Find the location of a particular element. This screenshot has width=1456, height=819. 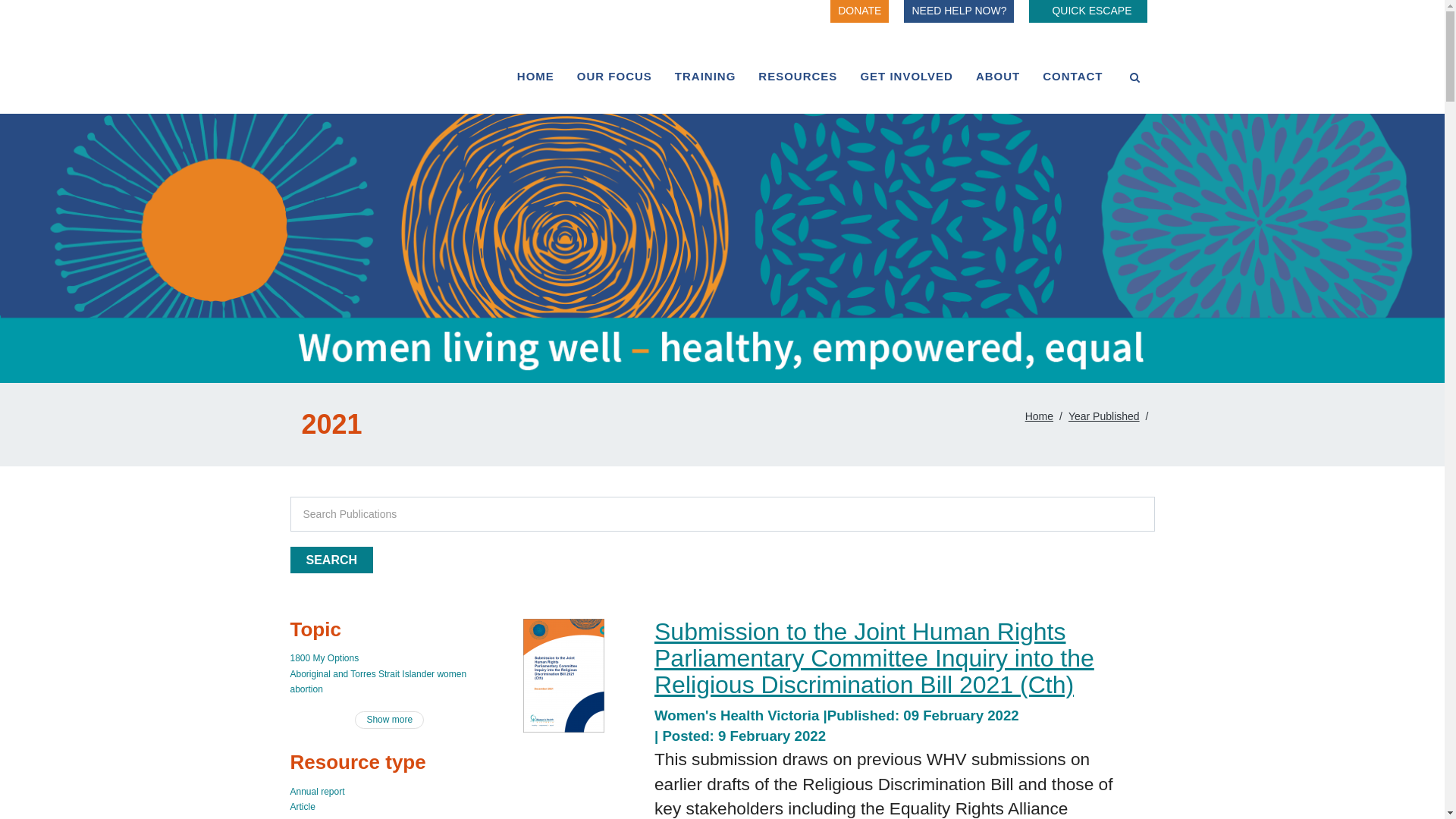

'Annual report' is located at coordinates (290, 791).